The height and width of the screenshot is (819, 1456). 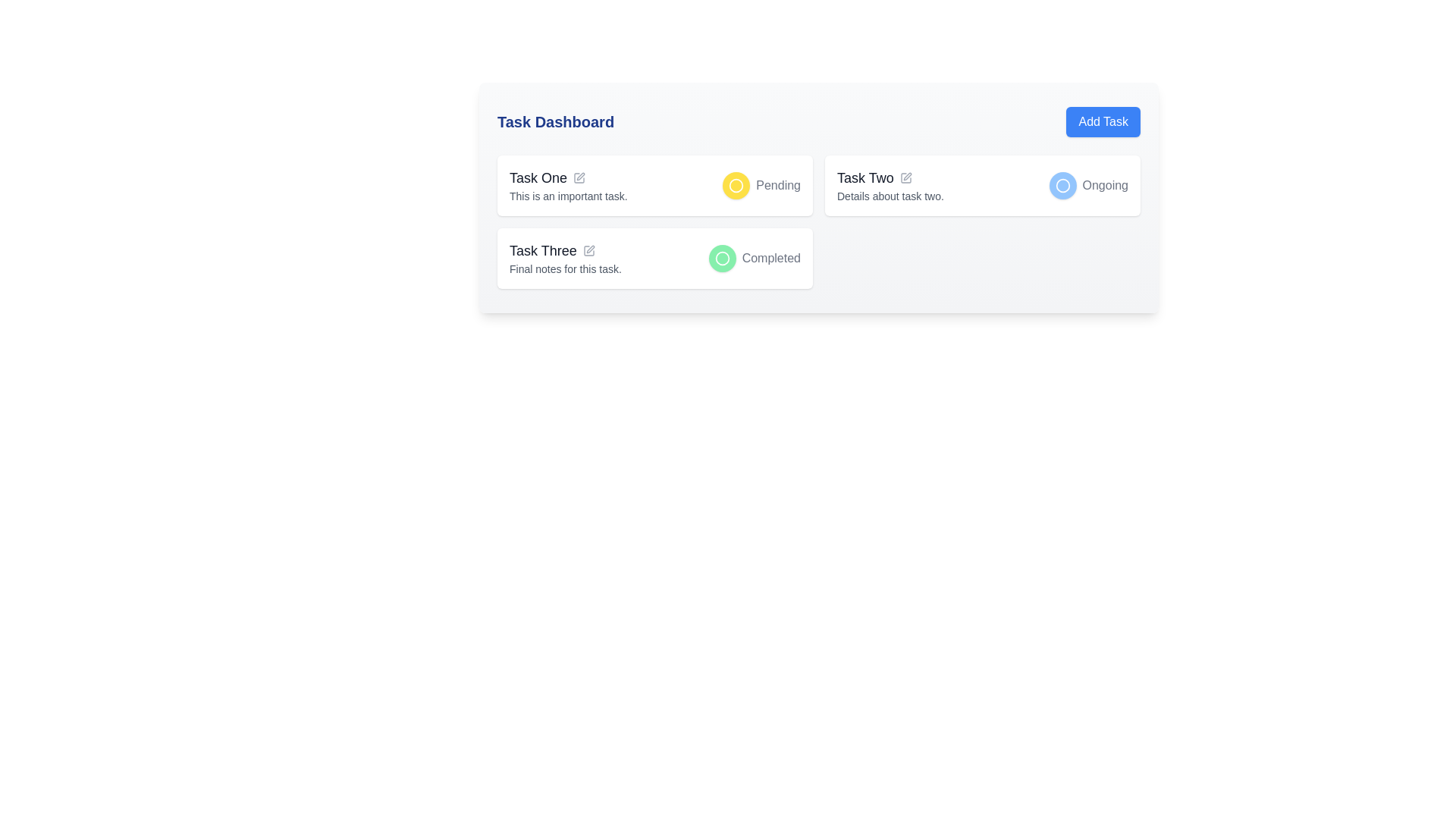 What do you see at coordinates (555, 121) in the screenshot?
I see `the text component displaying the title 'Task Dashboard' which is in large, bold, blue font, positioned in the top-left corner of its section` at bounding box center [555, 121].